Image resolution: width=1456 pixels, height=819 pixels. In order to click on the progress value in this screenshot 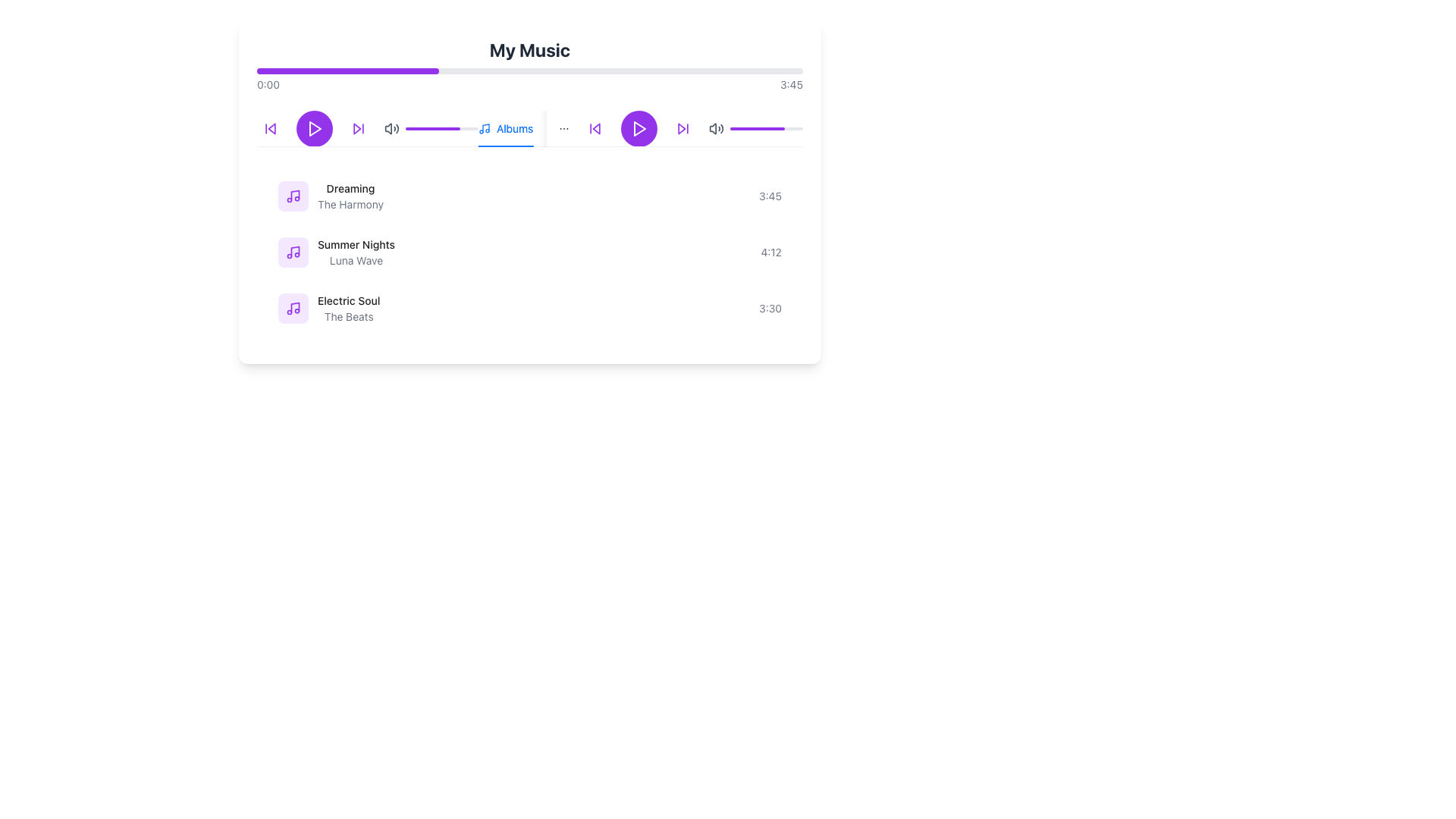, I will do `click(406, 127)`.